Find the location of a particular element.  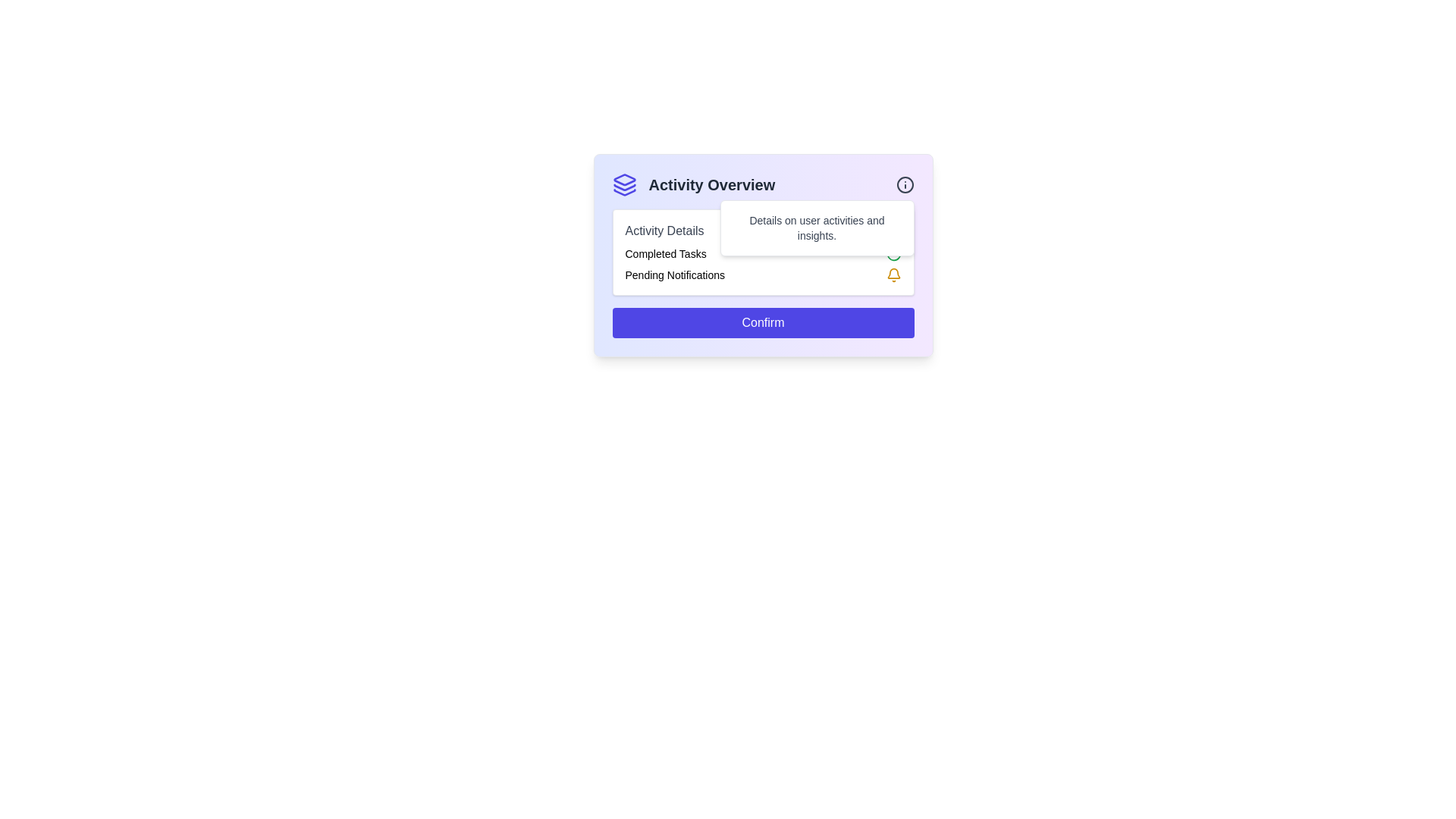

the text label displaying 'Pending Notifications' in the light green section of the card interface under 'Activity Overview' is located at coordinates (674, 275).